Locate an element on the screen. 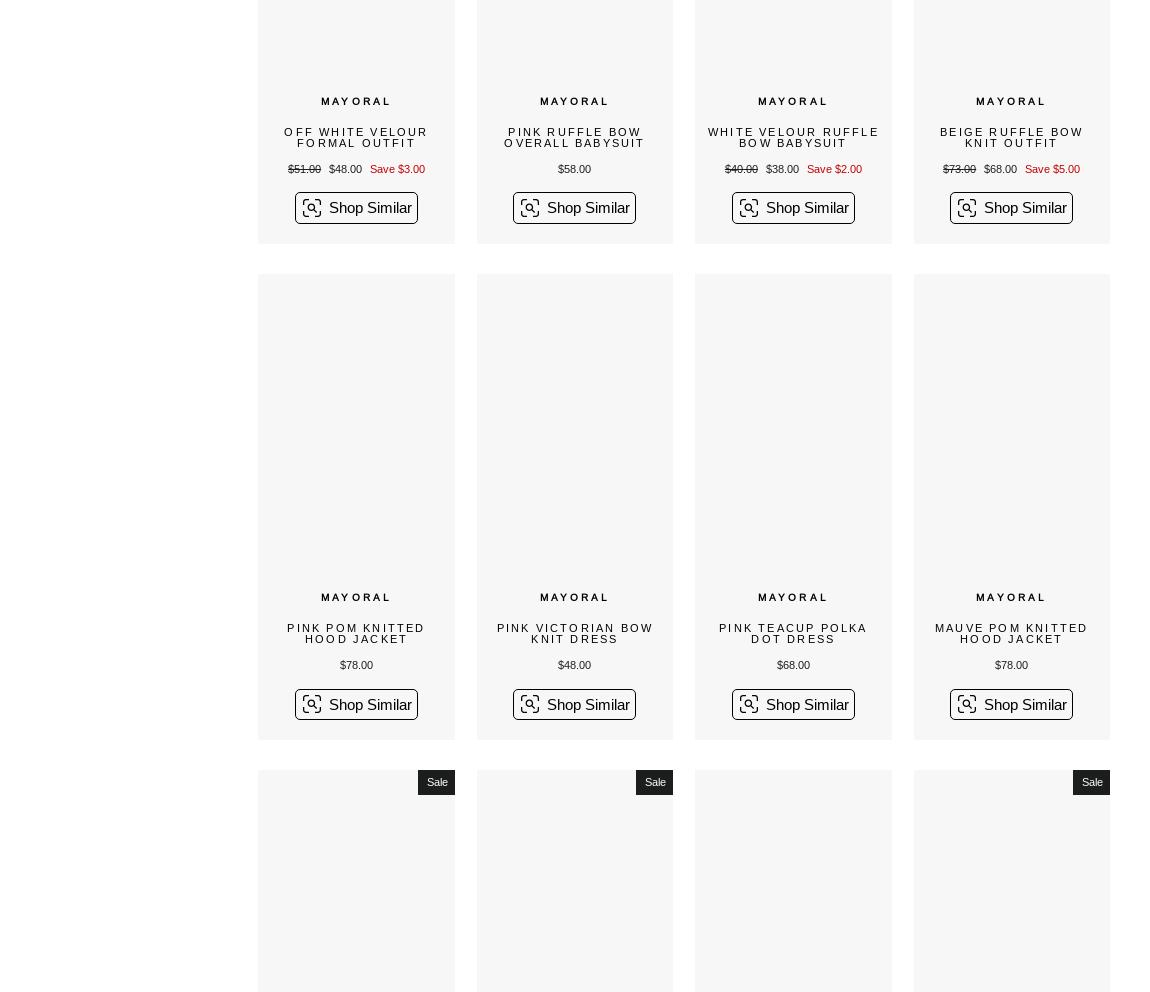 This screenshot has height=992, width=1150. 'Pink Pom Knitted Hood Jacket' is located at coordinates (356, 633).